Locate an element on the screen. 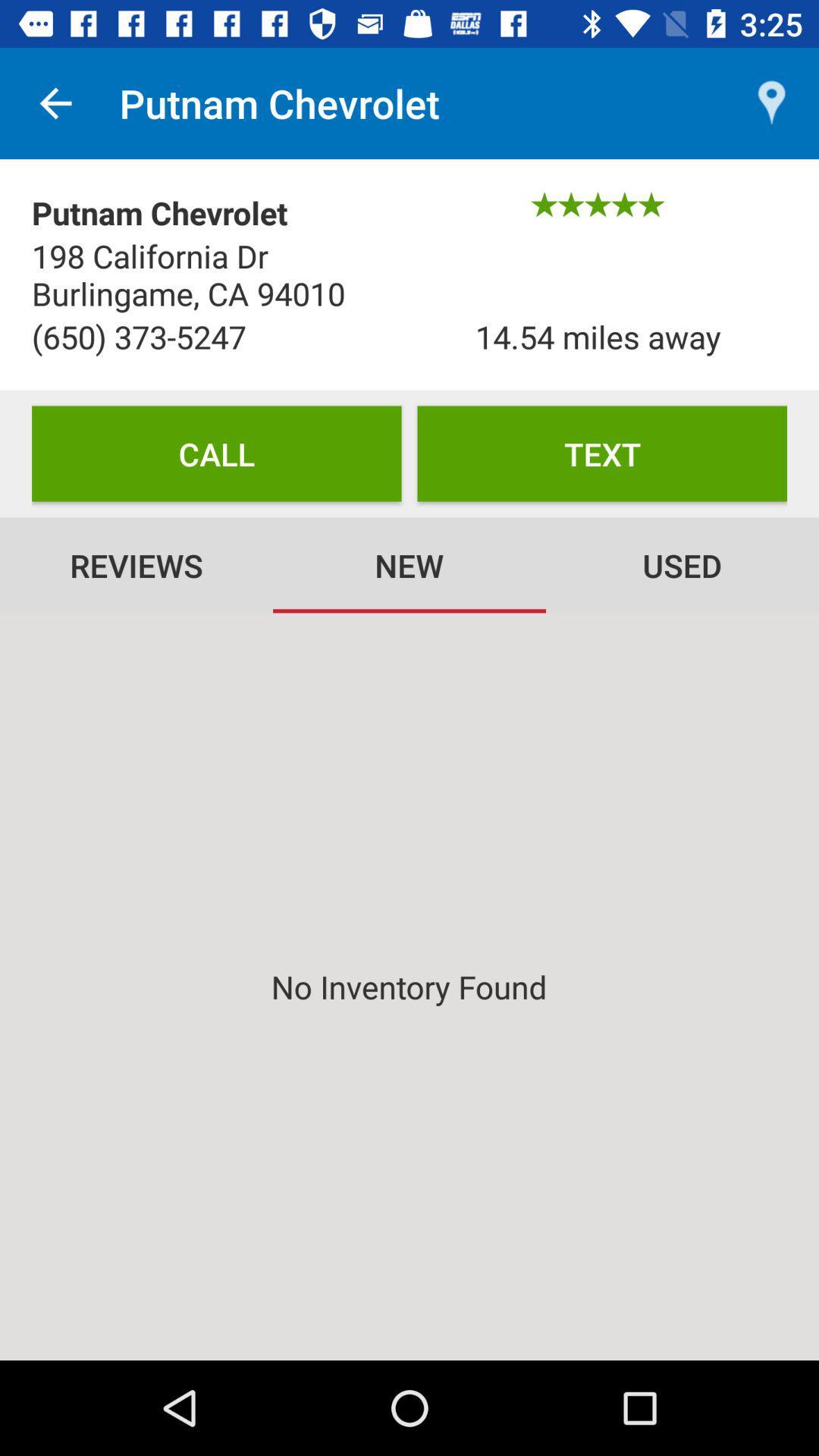  the text is located at coordinates (601, 453).